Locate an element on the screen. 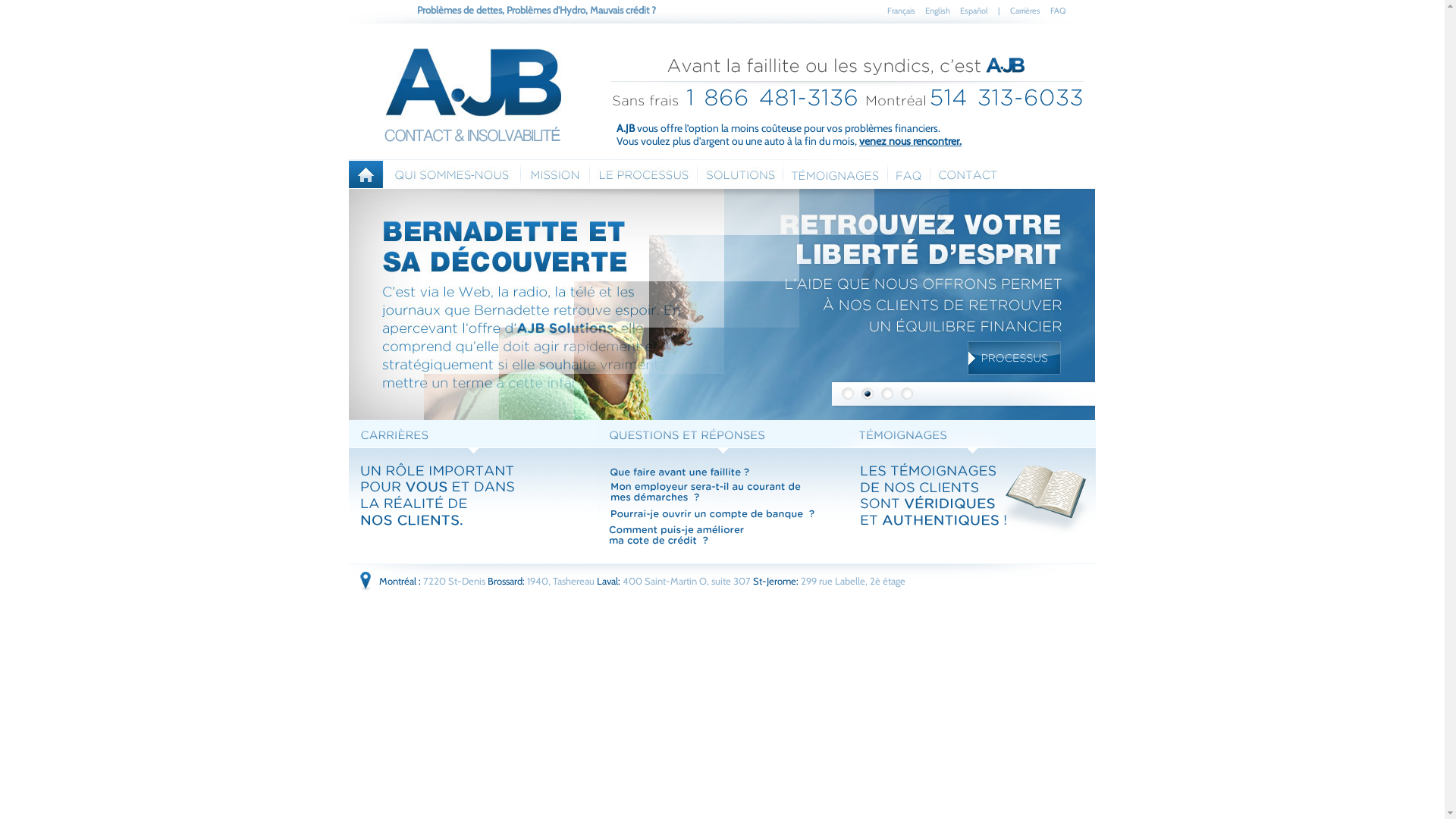  'venez nous rencontrer.' is located at coordinates (910, 140).